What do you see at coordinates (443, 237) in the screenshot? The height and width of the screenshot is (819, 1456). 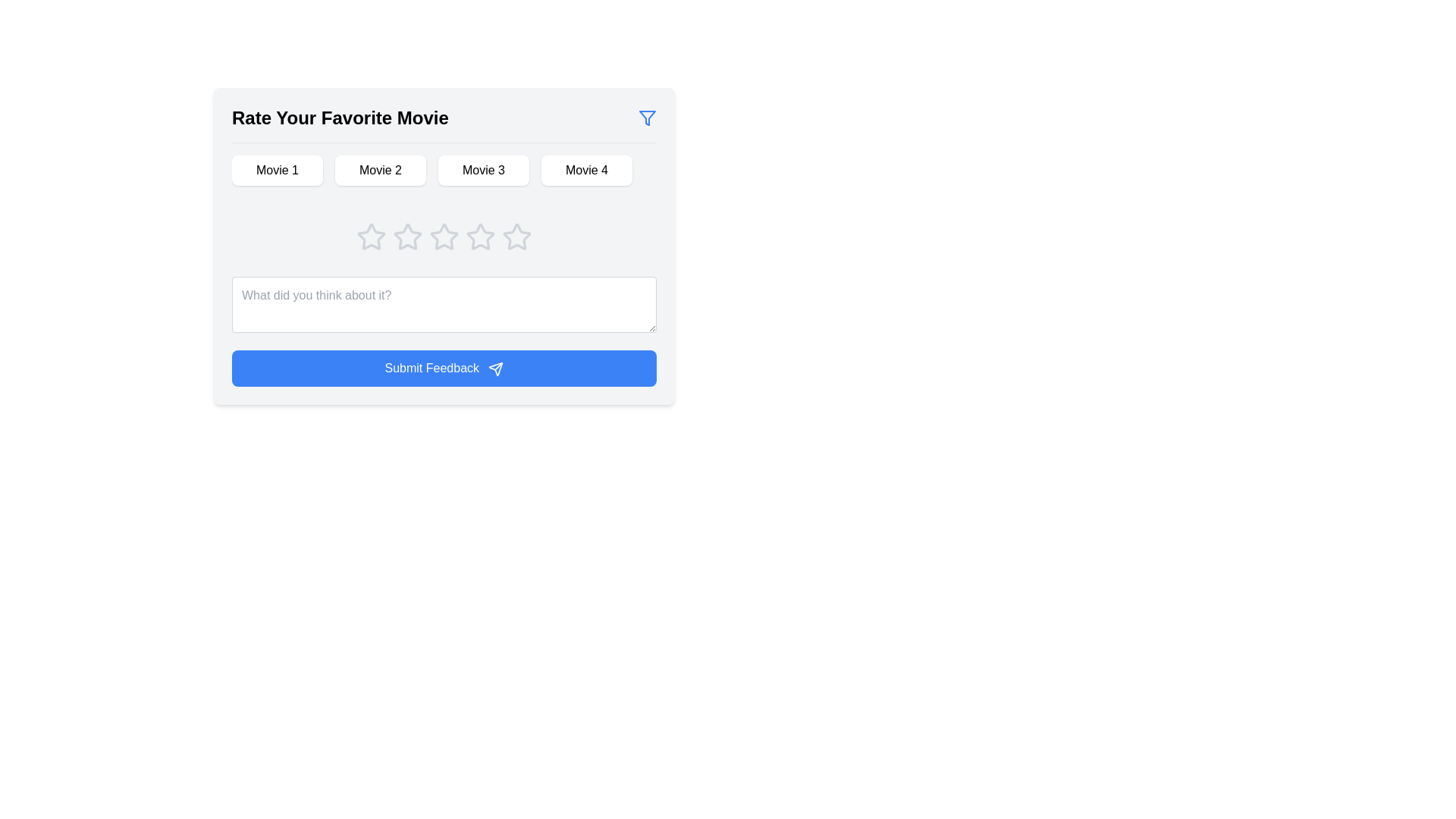 I see `the second star-shaped rating icon with a hollow center, which is light gray in color, located directly below the 'Rate Your Favorite Movie' label` at bounding box center [443, 237].